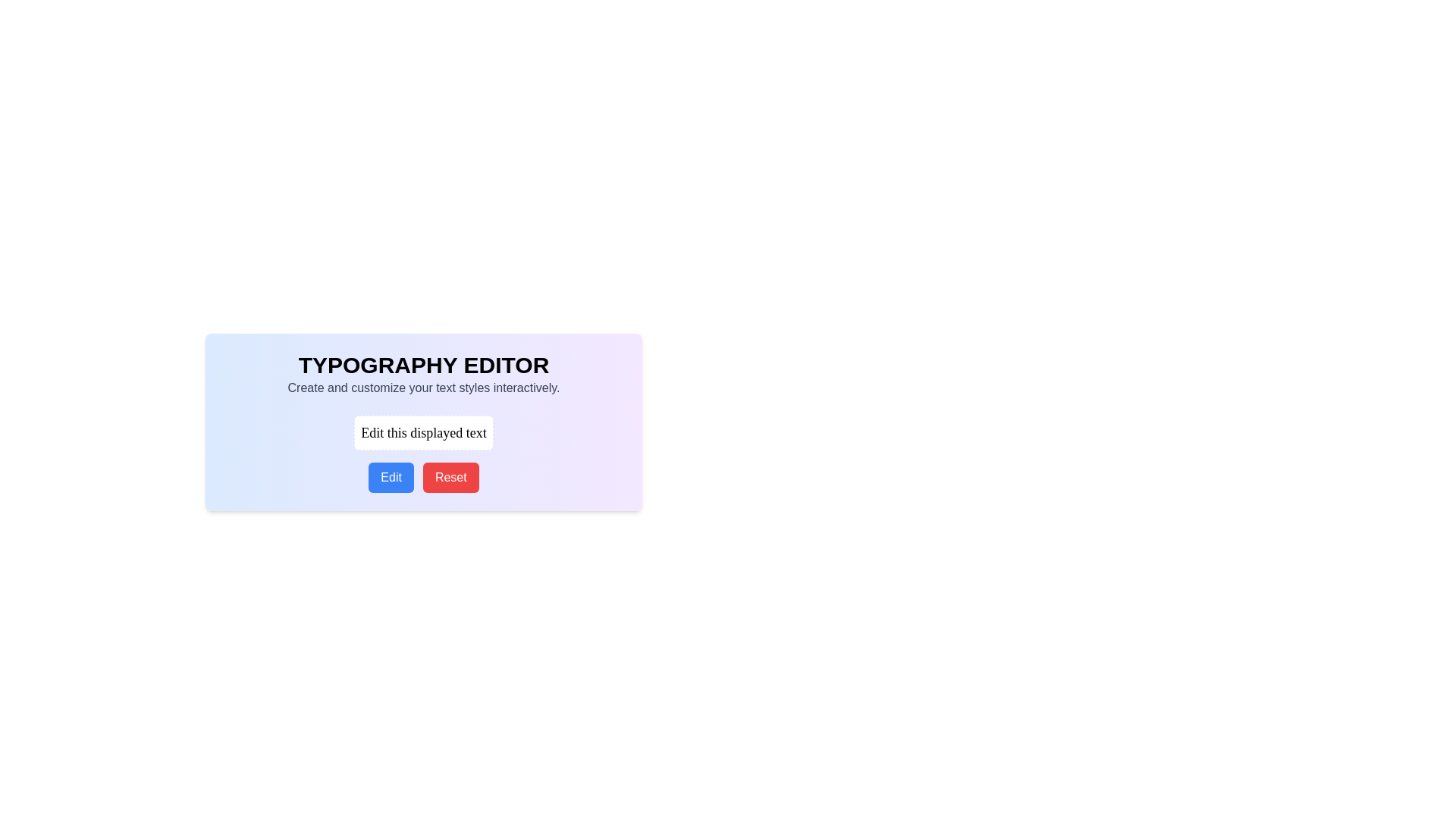  I want to click on the Reset button located in the bottom-right section of the typography editor, so click(450, 476).